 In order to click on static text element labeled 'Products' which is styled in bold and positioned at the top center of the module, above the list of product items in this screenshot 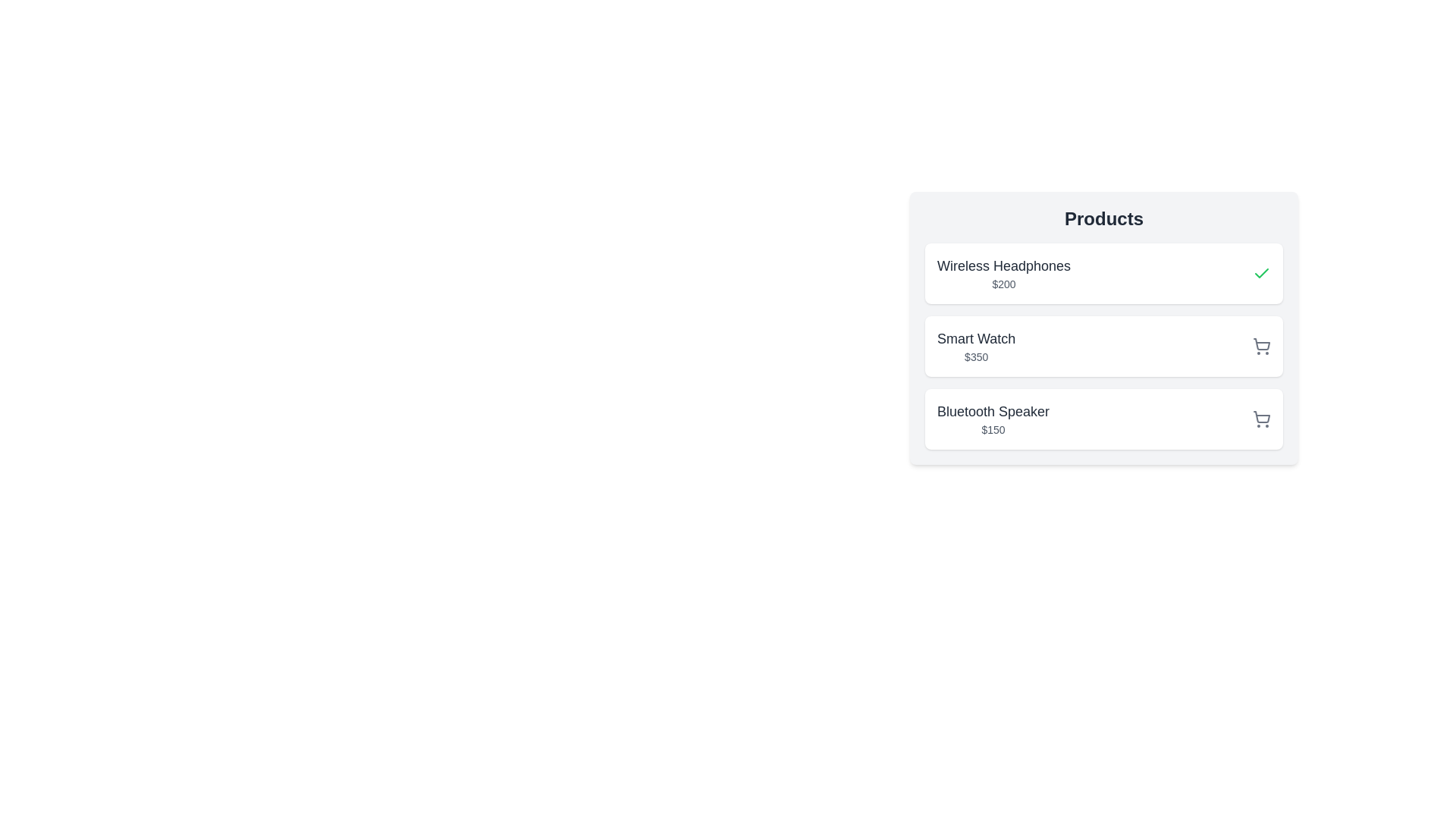, I will do `click(1103, 219)`.